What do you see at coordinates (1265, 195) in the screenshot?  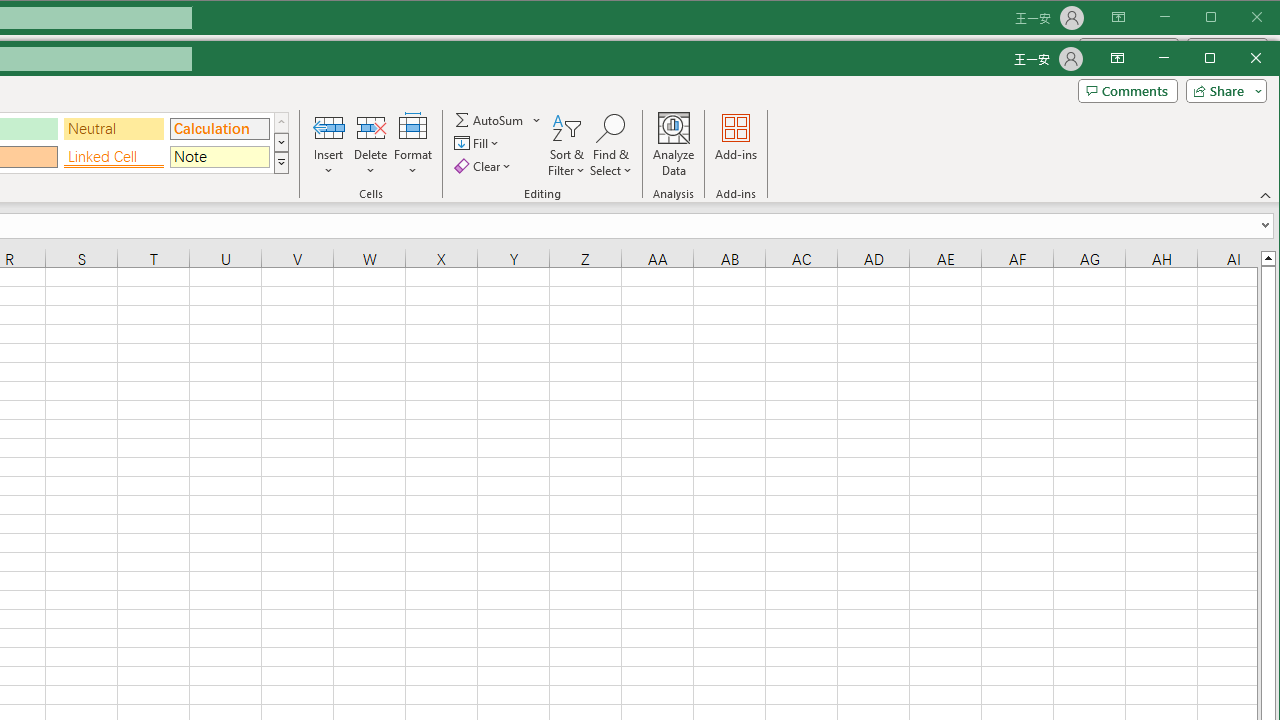 I see `'Collapse the Ribbon'` at bounding box center [1265, 195].